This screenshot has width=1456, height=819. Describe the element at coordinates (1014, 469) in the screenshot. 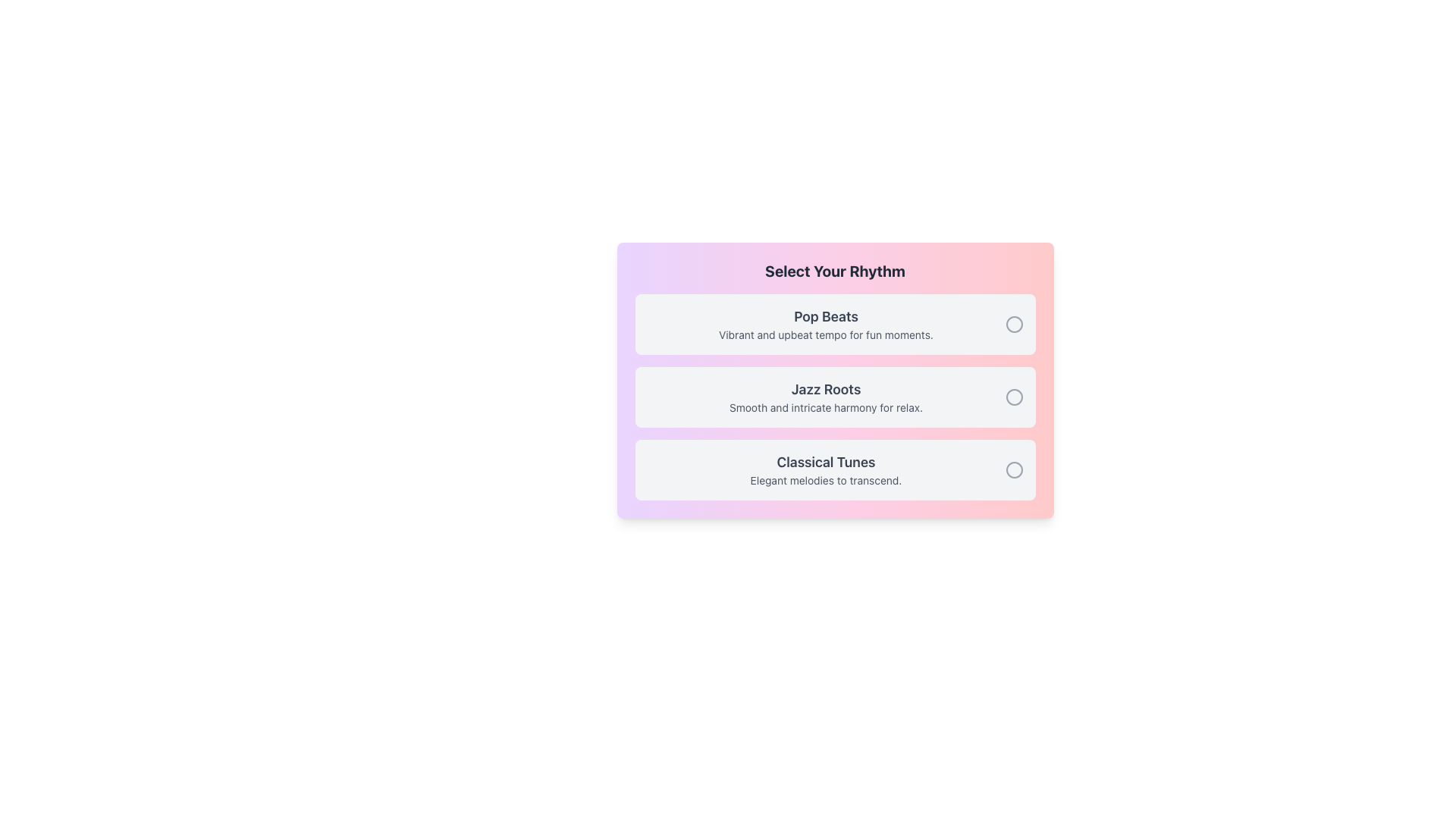

I see `the circular radio button styled with a gray border located to the far right of the 'Classical Tunes' selection box` at that location.